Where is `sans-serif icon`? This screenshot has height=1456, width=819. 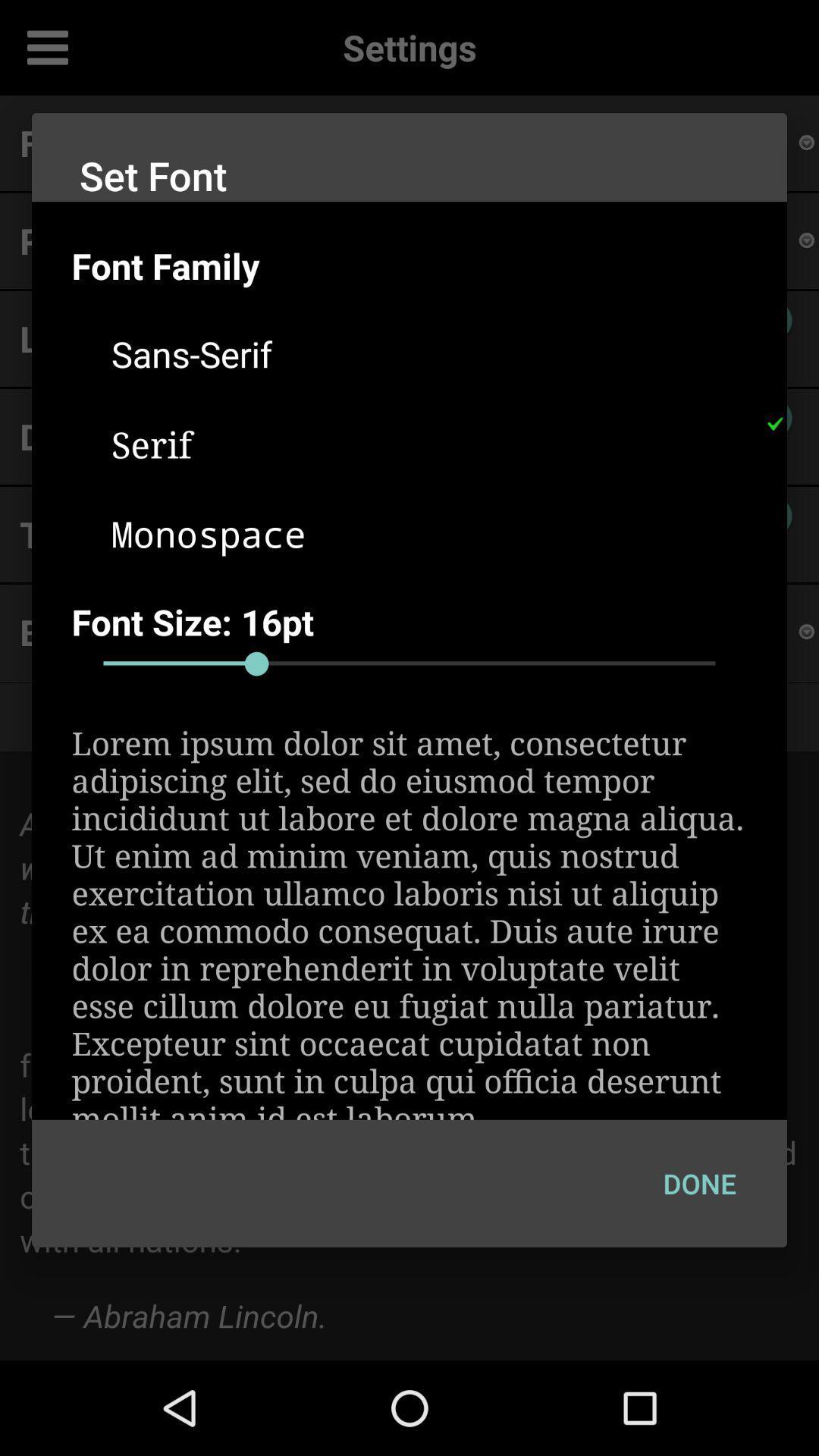 sans-serif icon is located at coordinates (429, 353).